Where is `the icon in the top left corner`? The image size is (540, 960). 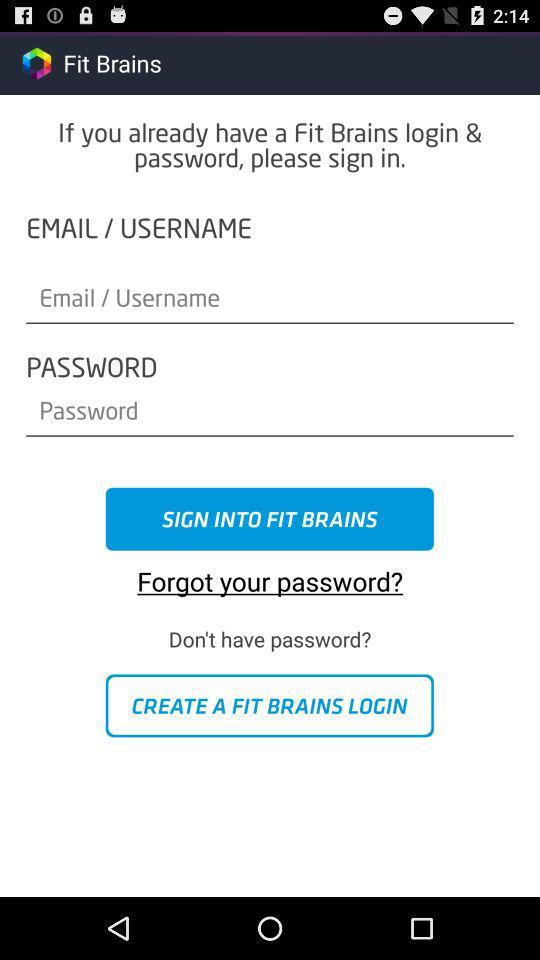 the icon in the top left corner is located at coordinates (36, 62).